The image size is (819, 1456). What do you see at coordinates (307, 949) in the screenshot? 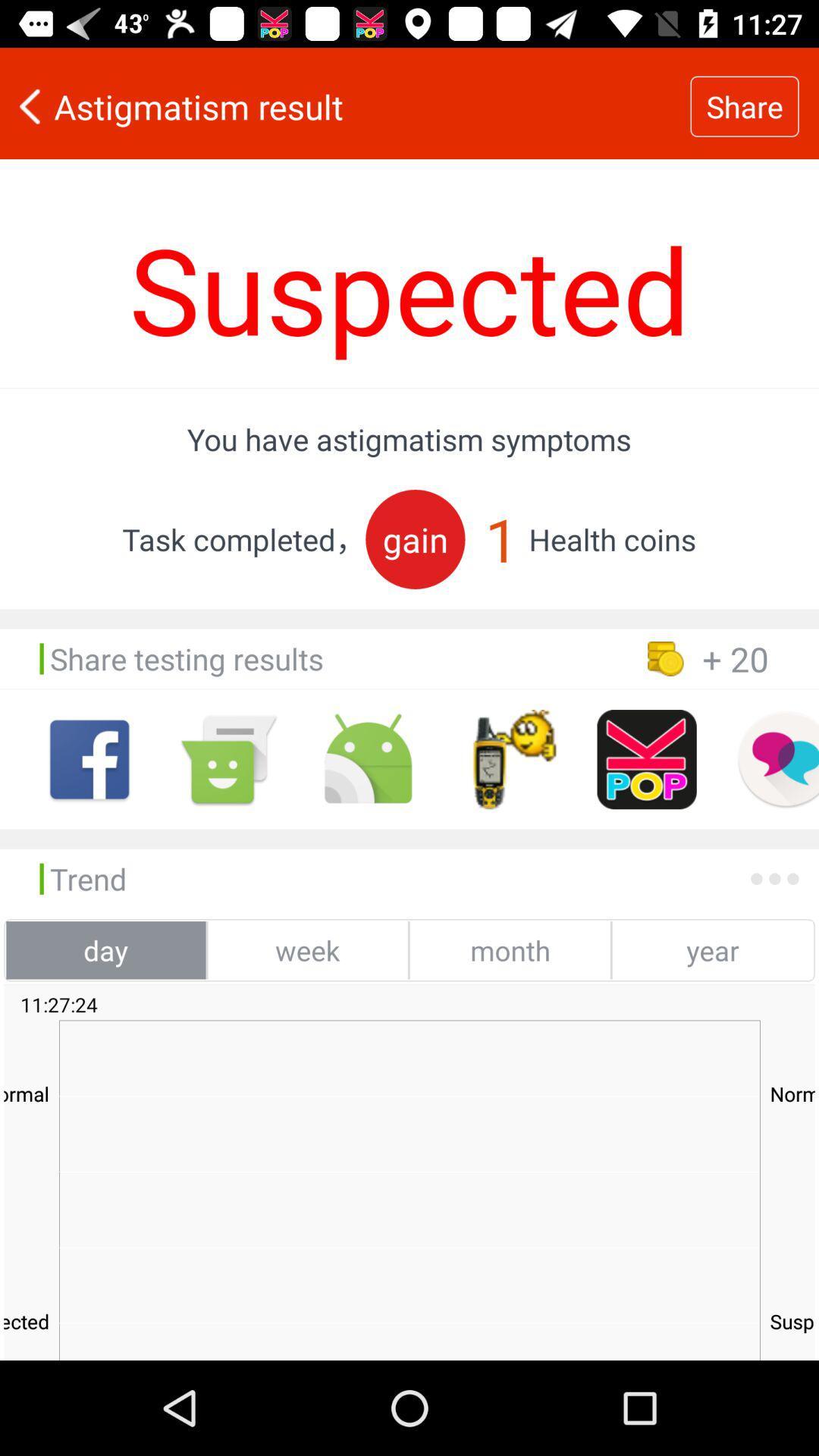
I see `the week` at bounding box center [307, 949].